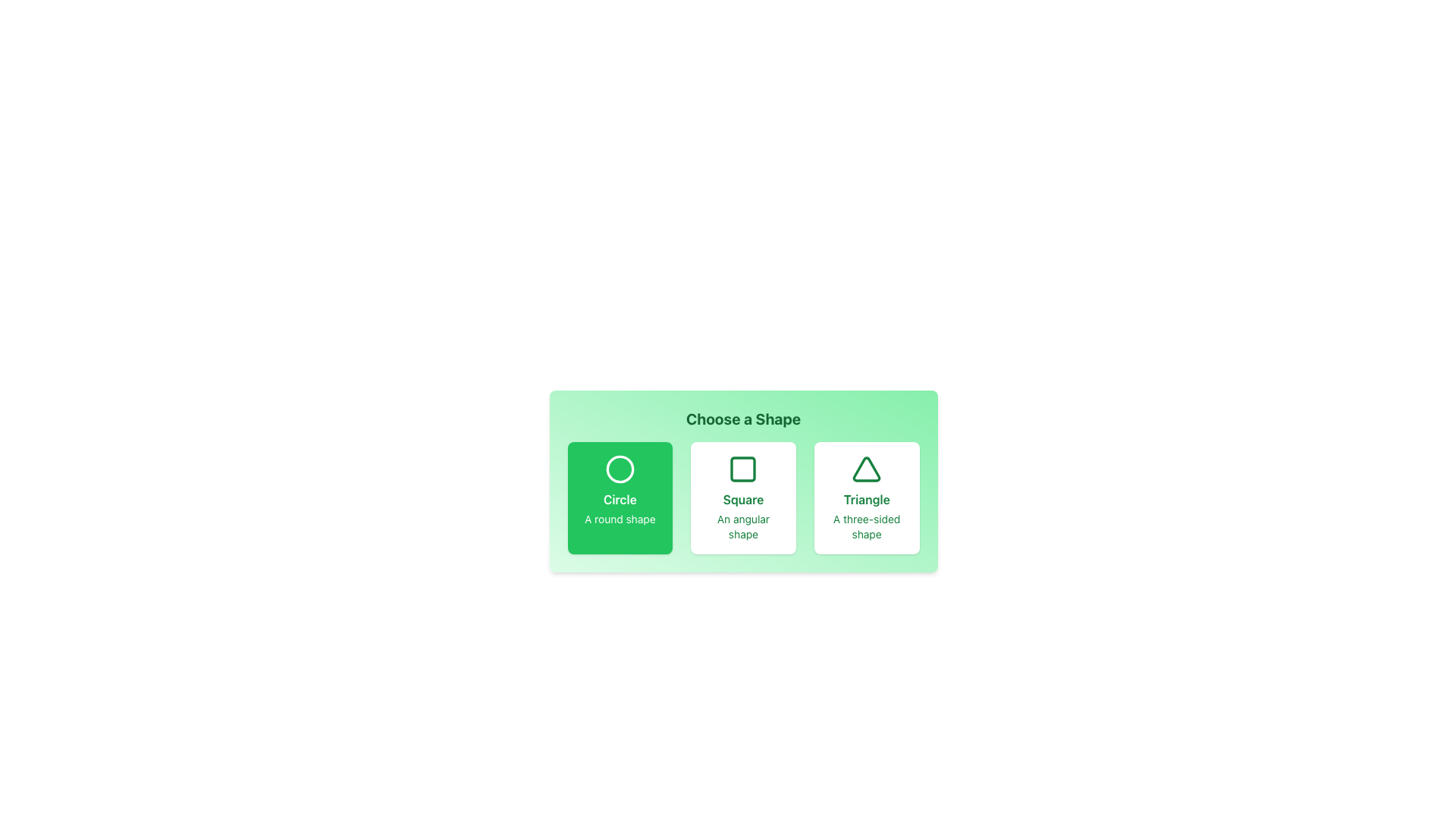  Describe the element at coordinates (867, 526) in the screenshot. I see `descriptive text label for the 'Triangle' option, which is centered underneath its label text 'Triangle'` at that location.